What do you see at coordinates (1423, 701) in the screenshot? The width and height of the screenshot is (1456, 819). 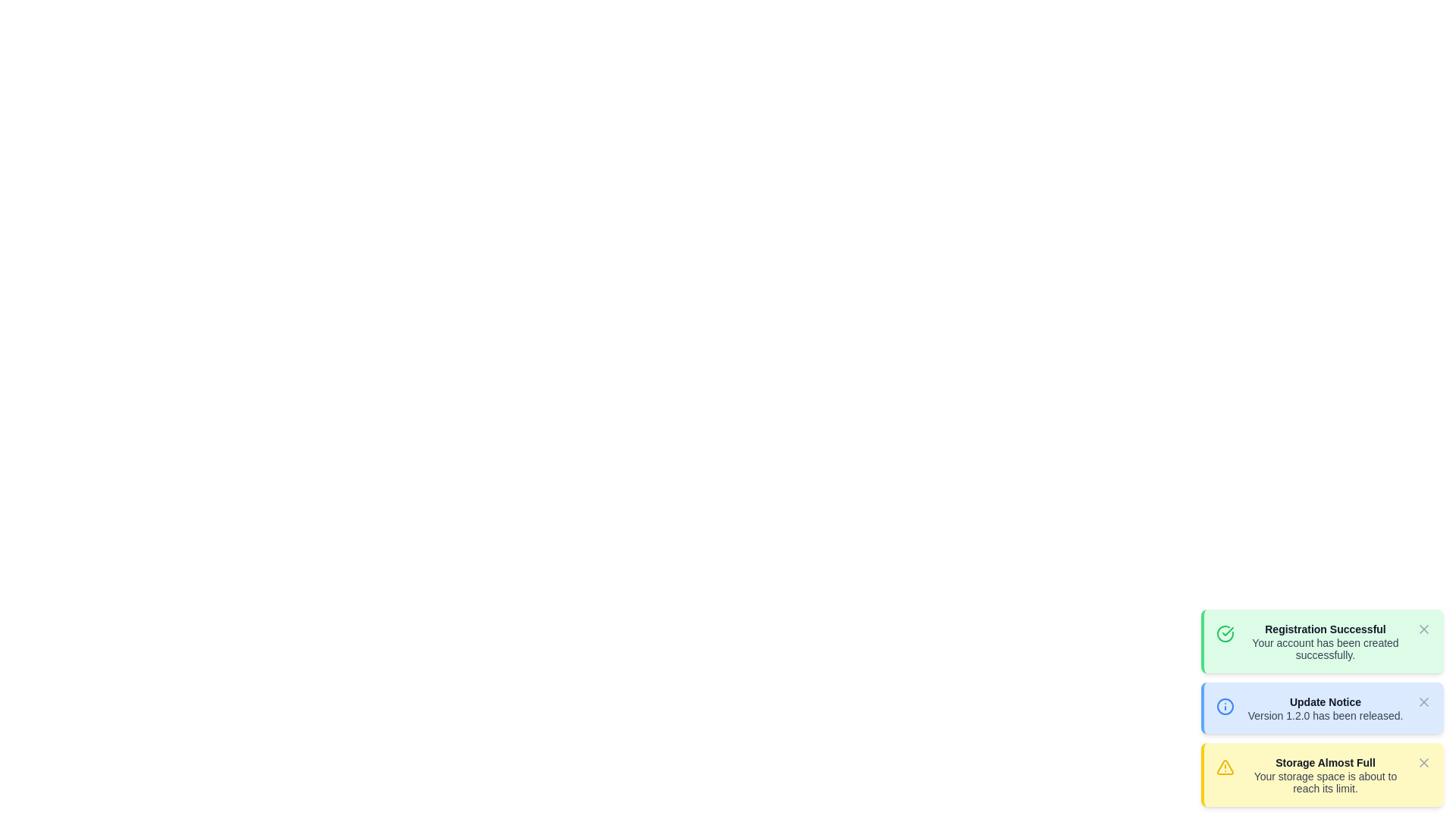 I see `the 'X' icon button in the top-right corner of the notification card to change its color` at bounding box center [1423, 701].